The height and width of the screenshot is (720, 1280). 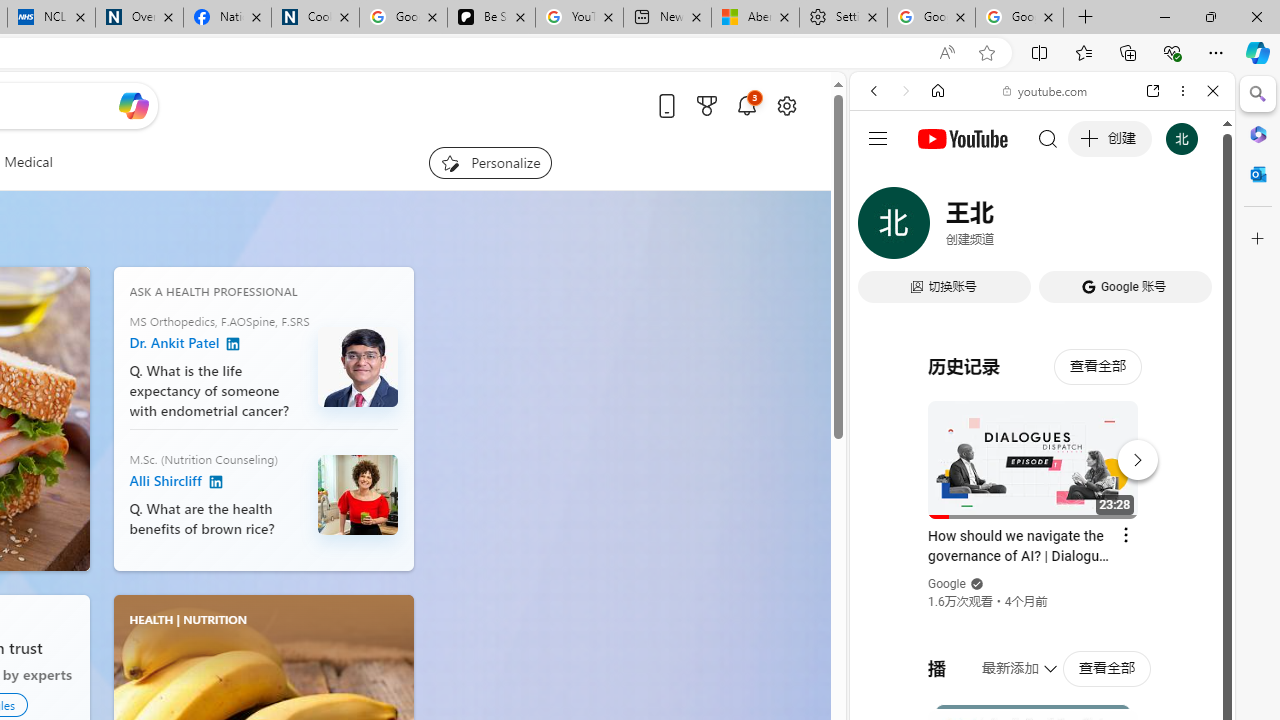 What do you see at coordinates (1257, 238) in the screenshot?
I see `'Close Customize pane'` at bounding box center [1257, 238].